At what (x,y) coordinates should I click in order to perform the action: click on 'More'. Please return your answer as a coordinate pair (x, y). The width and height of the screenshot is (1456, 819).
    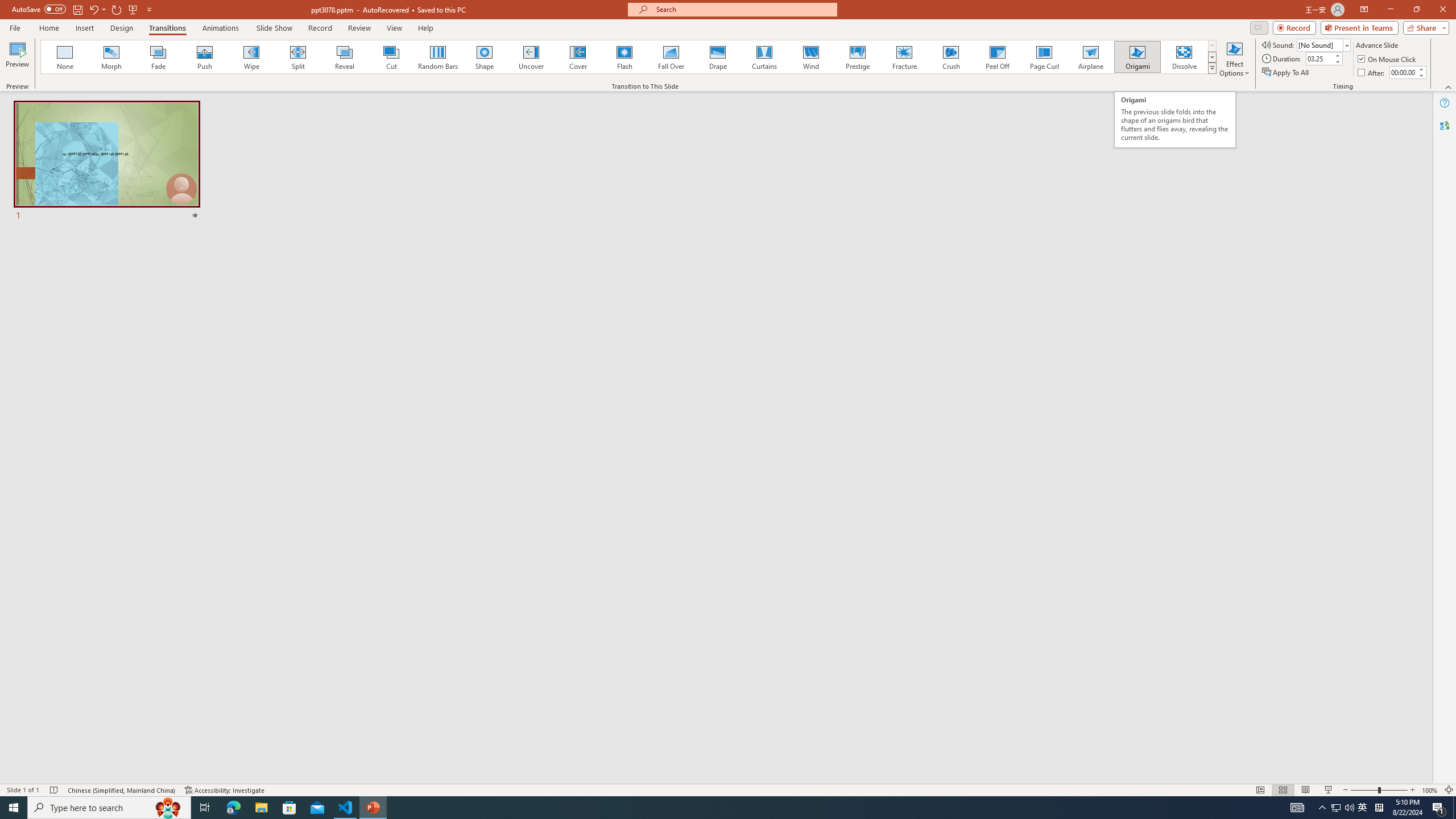
    Looking at the image, I should click on (1421, 68).